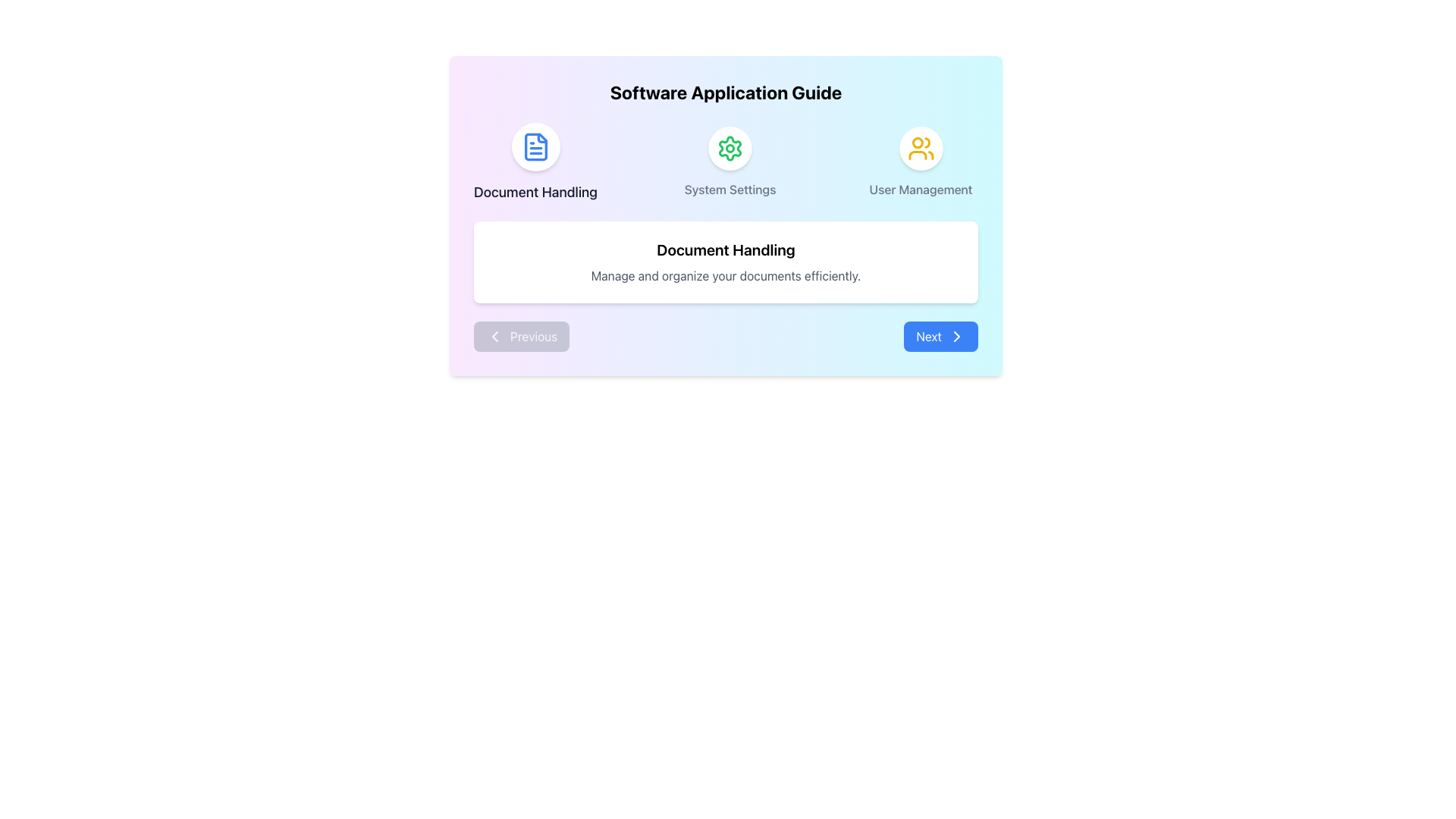  I want to click on text block that provides additional descriptive information about the 'Document Handling' feature, located directly below the title 'Document Handling.', so click(725, 275).